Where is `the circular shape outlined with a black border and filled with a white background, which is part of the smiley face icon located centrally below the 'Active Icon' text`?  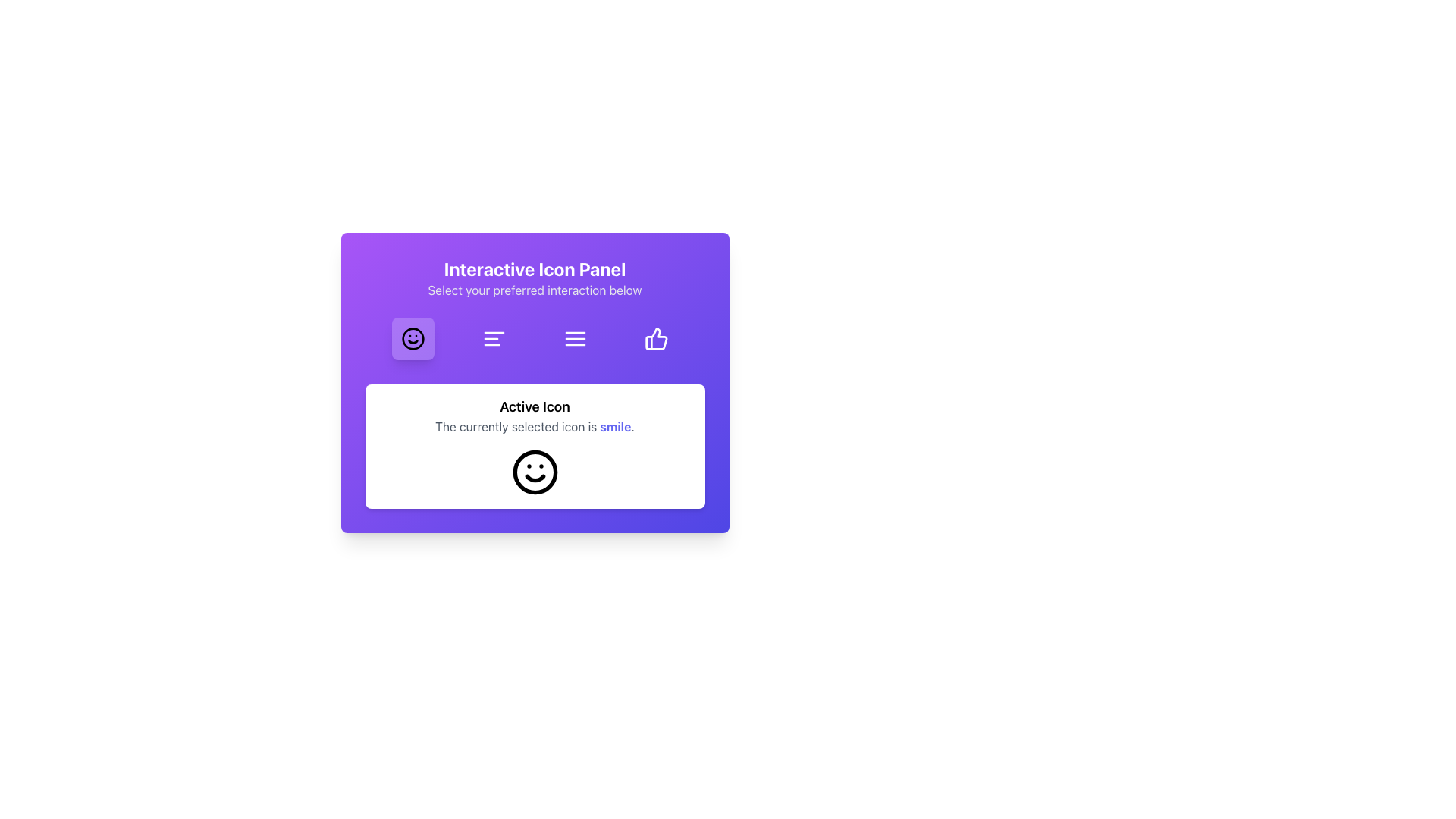
the circular shape outlined with a black border and filled with a white background, which is part of the smiley face icon located centrally below the 'Active Icon' text is located at coordinates (535, 472).